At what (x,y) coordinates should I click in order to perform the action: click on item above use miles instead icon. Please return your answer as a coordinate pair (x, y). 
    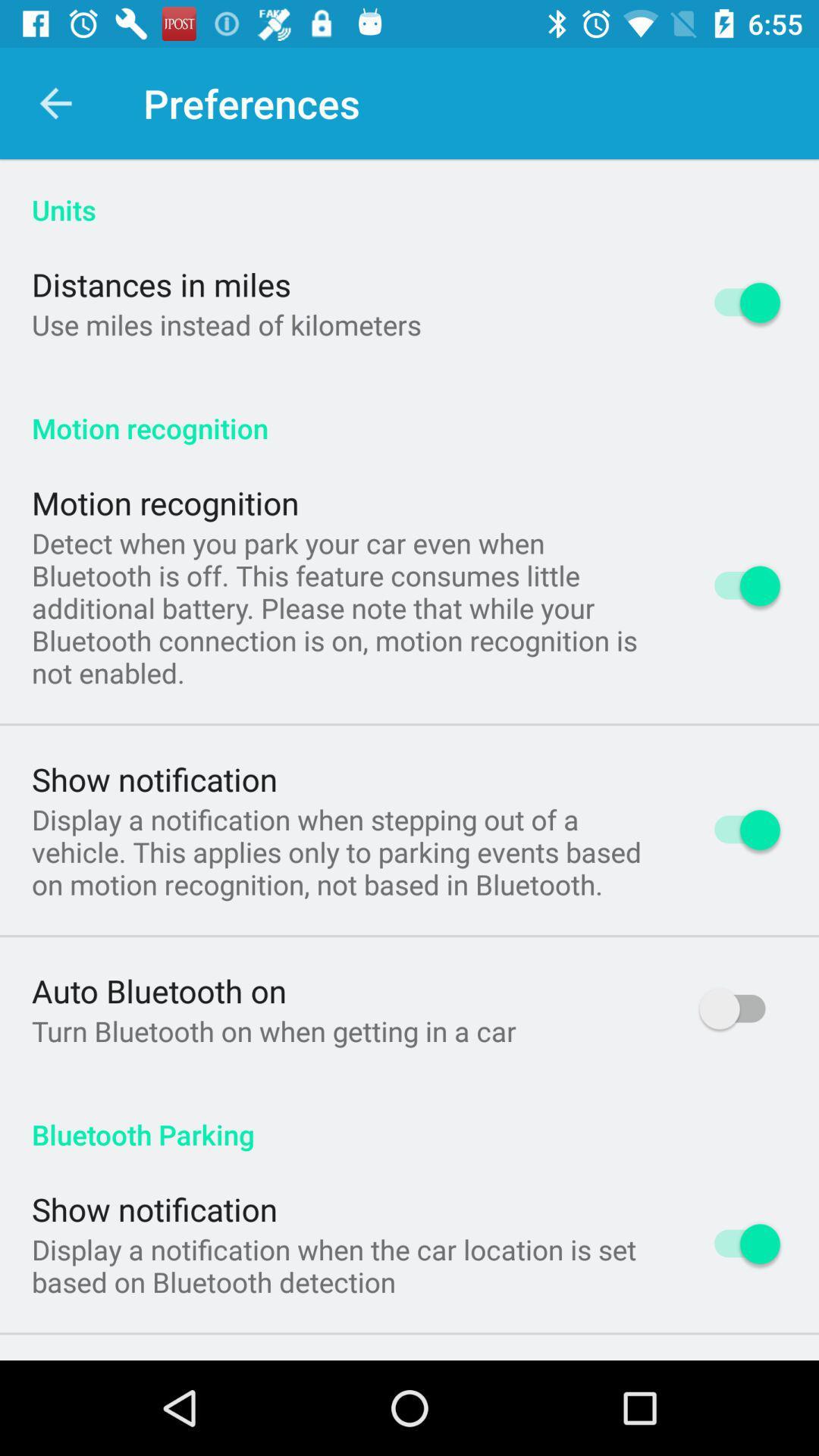
    Looking at the image, I should click on (161, 284).